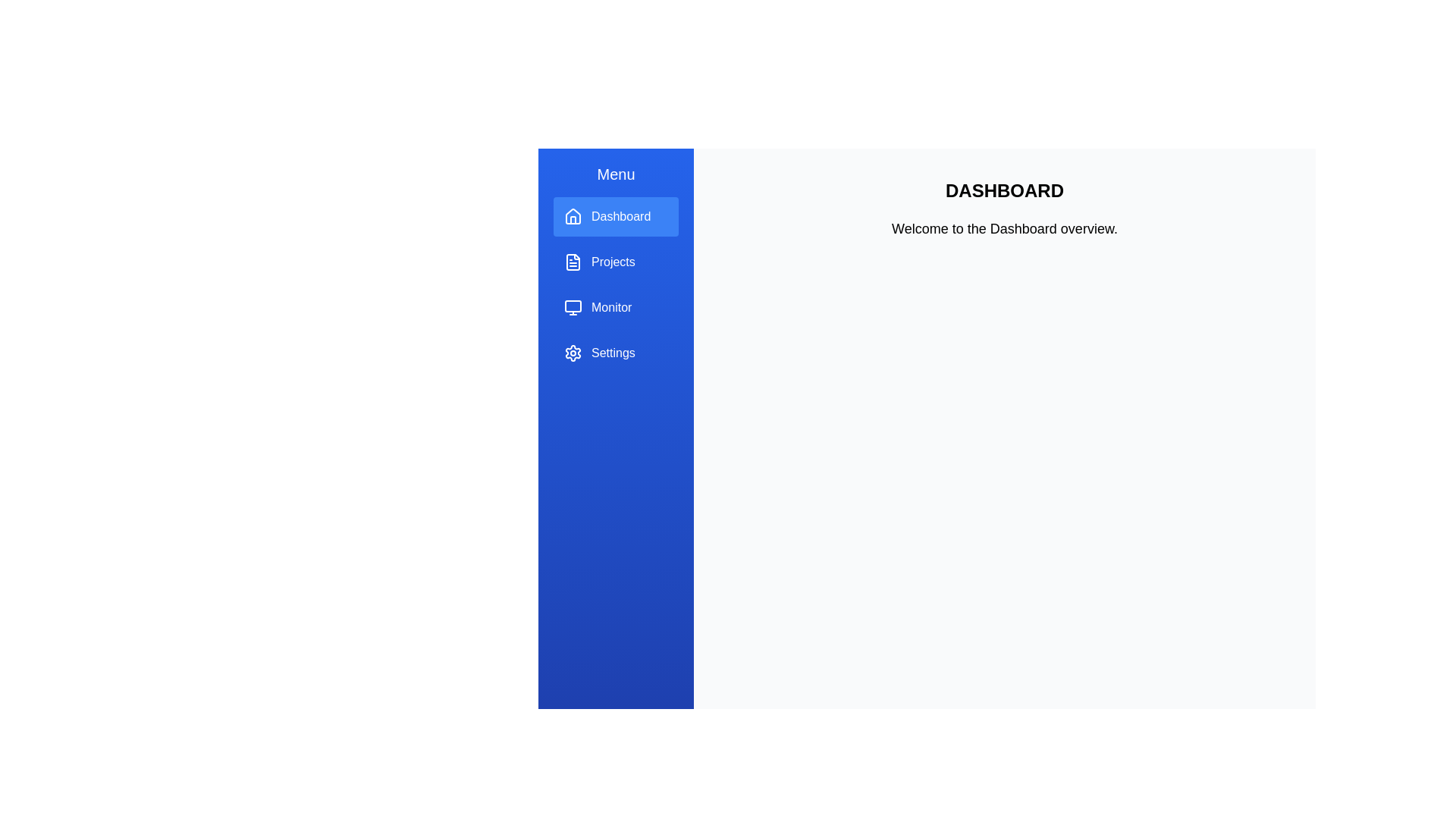  What do you see at coordinates (572, 216) in the screenshot?
I see `the house icon in the left navigation panel` at bounding box center [572, 216].